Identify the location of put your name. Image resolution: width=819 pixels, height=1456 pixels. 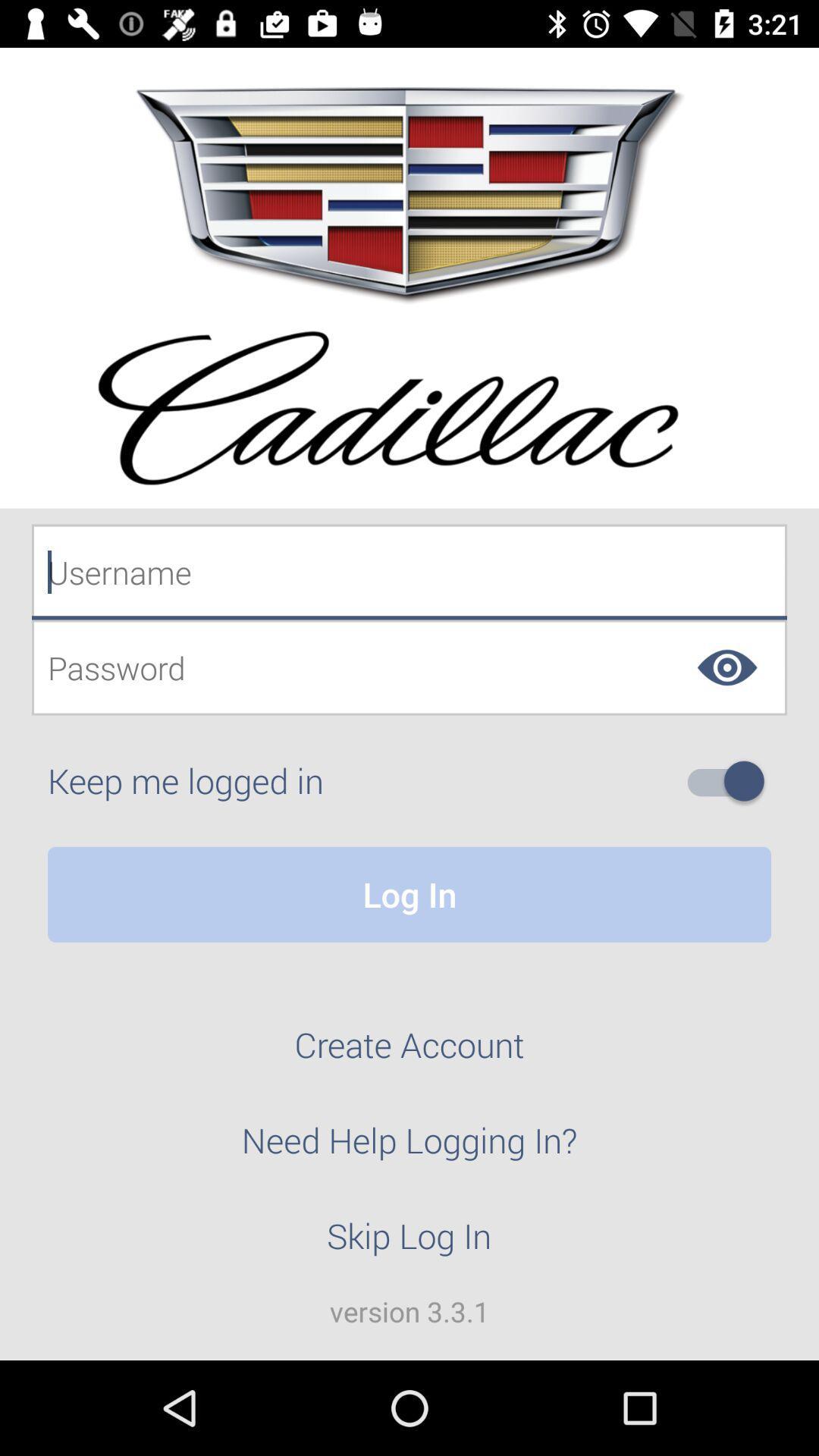
(409, 571).